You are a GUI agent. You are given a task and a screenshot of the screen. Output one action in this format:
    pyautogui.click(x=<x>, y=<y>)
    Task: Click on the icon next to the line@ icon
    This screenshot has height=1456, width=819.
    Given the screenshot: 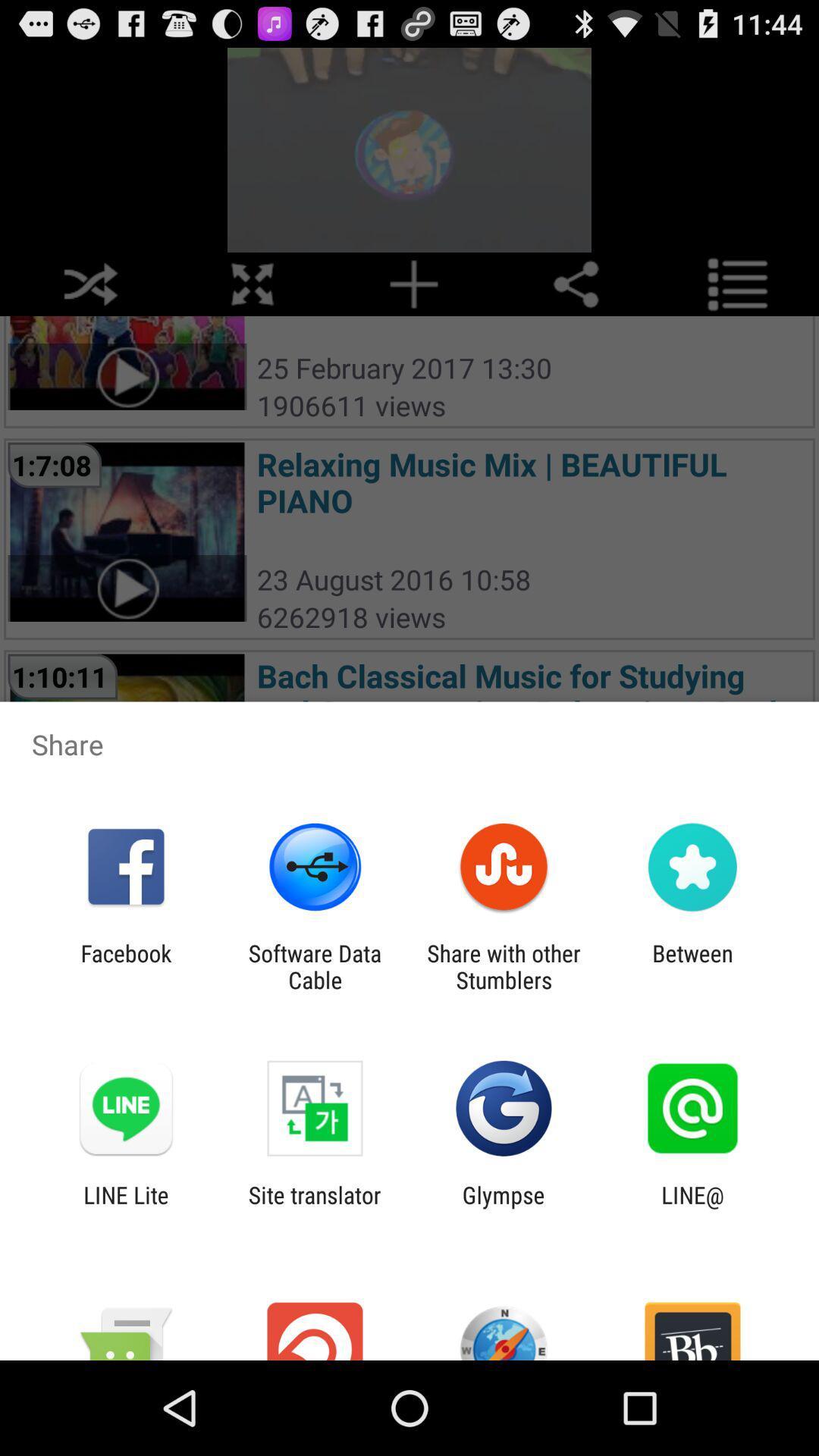 What is the action you would take?
    pyautogui.click(x=504, y=1207)
    